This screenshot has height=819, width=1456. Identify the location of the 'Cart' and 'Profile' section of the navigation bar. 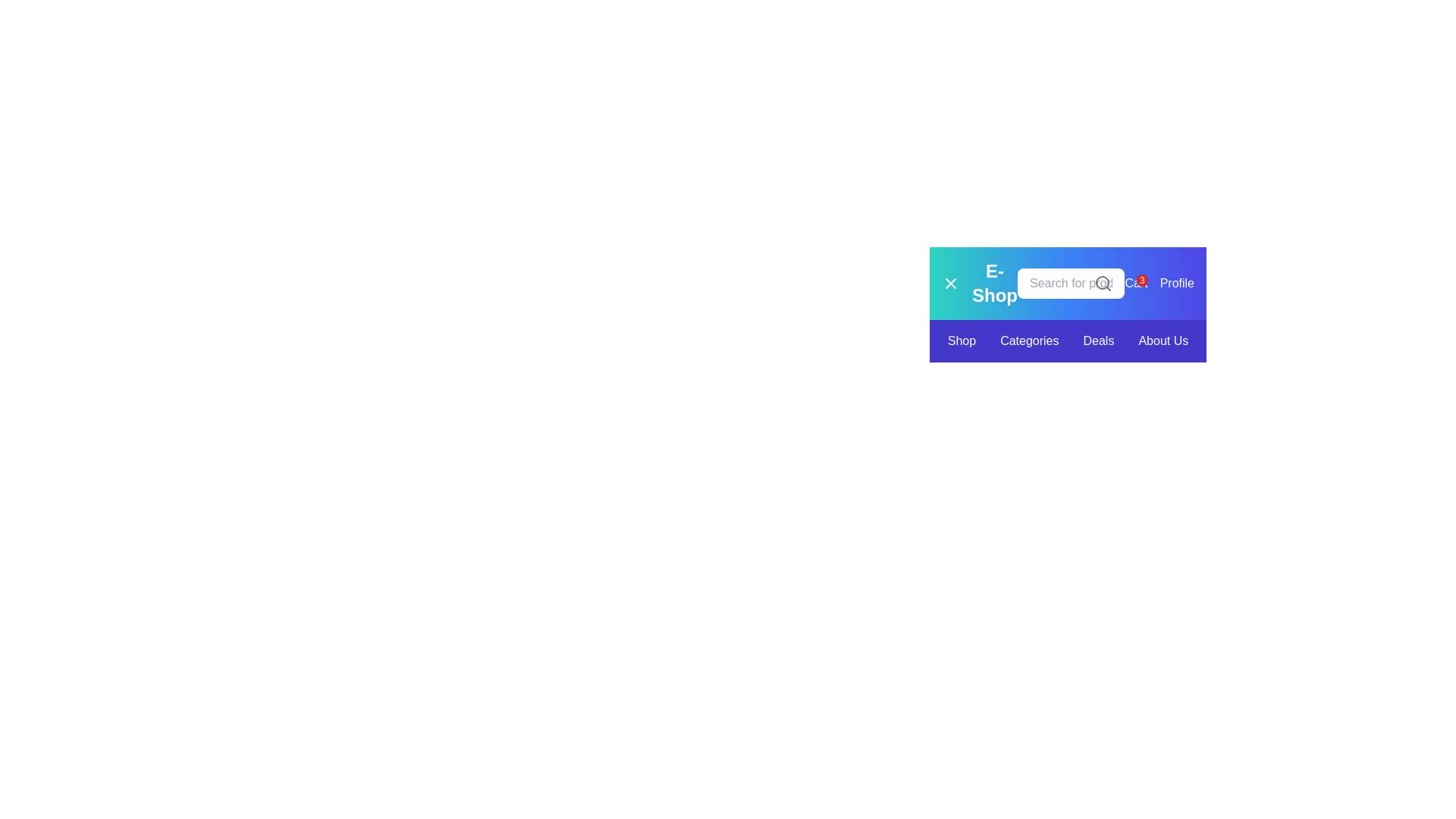
(1159, 284).